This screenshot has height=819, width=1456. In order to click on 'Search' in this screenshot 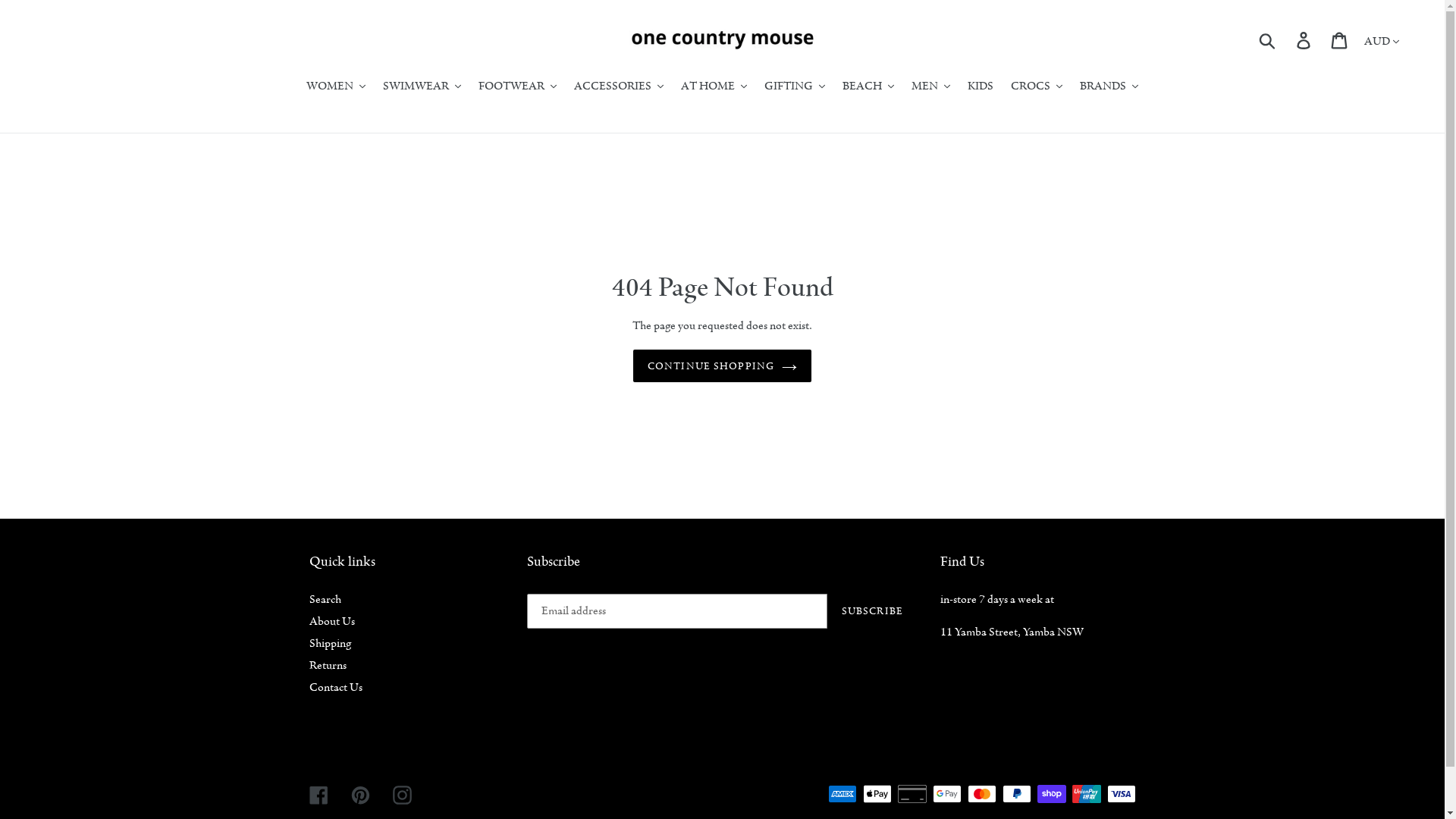, I will do `click(324, 598)`.